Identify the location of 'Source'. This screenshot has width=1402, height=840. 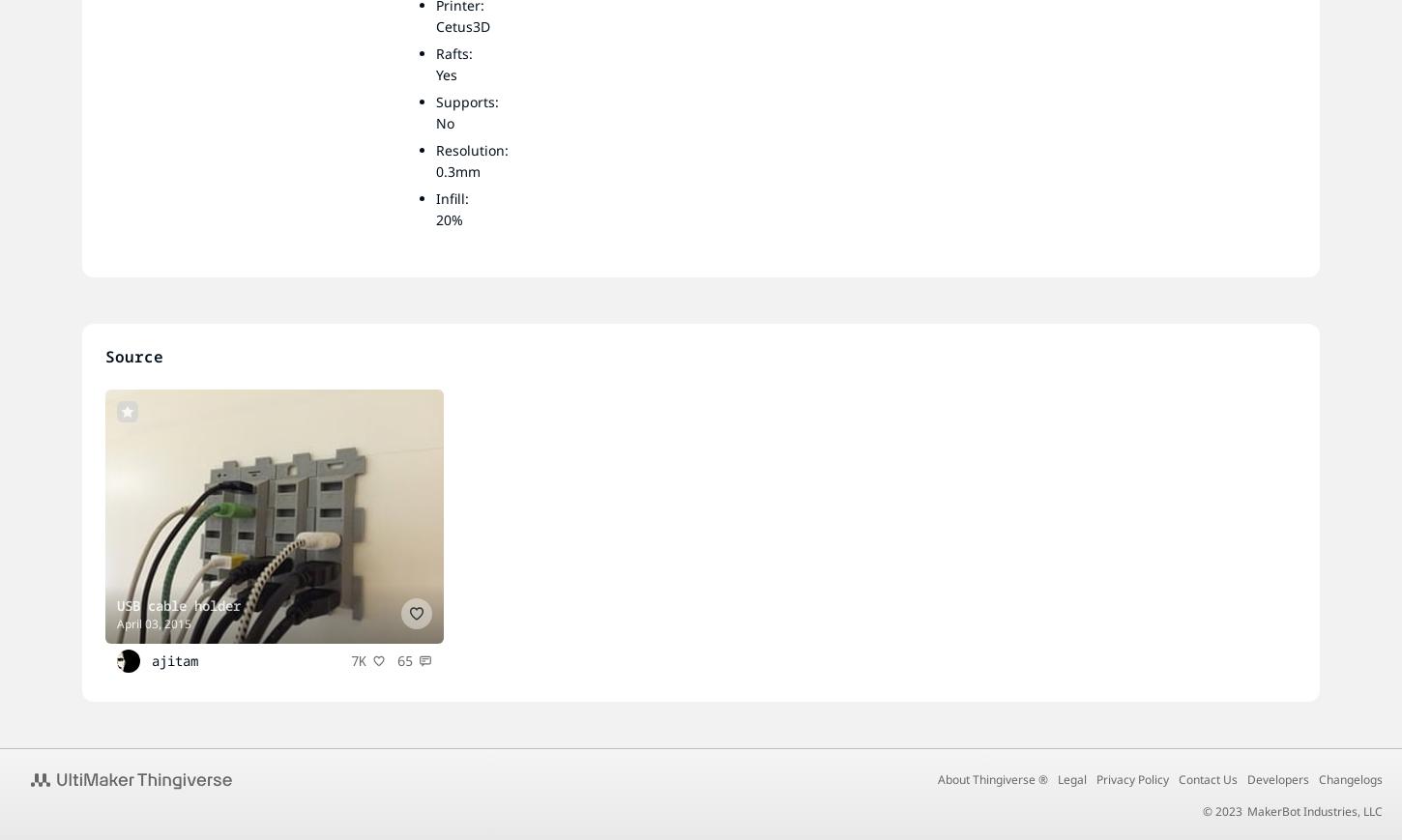
(105, 355).